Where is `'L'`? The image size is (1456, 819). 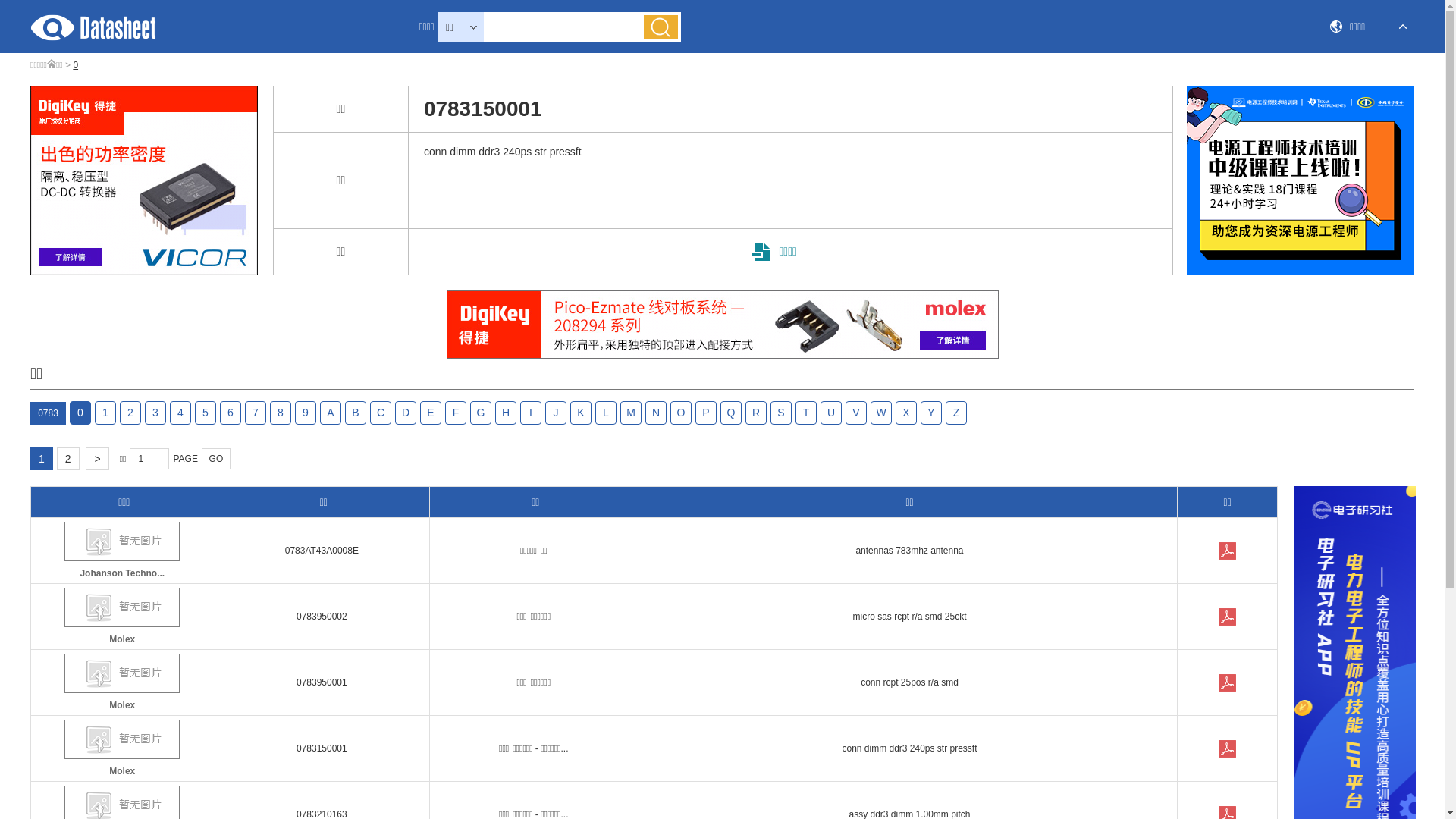 'L' is located at coordinates (604, 413).